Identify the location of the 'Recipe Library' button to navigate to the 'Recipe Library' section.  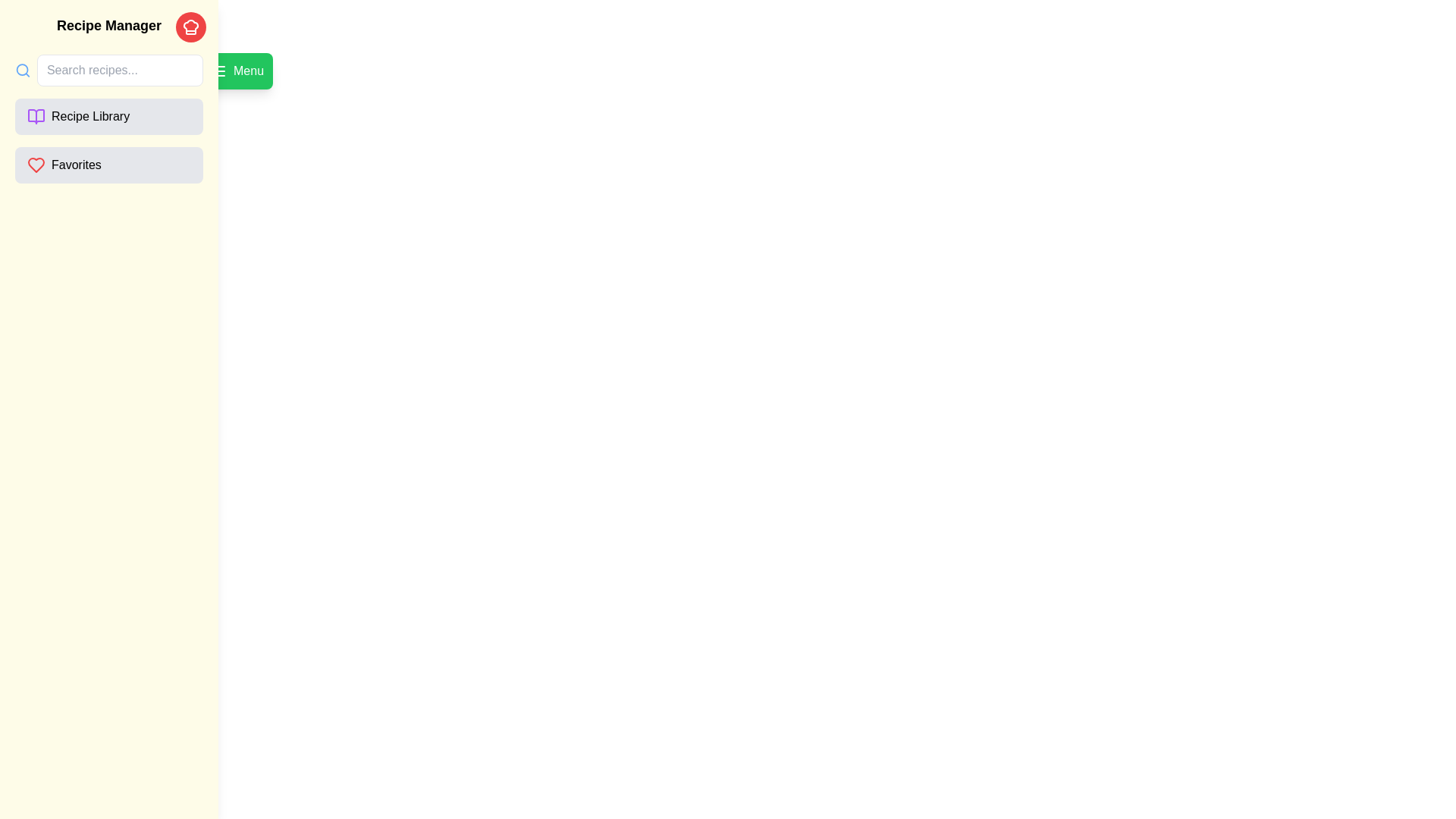
(108, 116).